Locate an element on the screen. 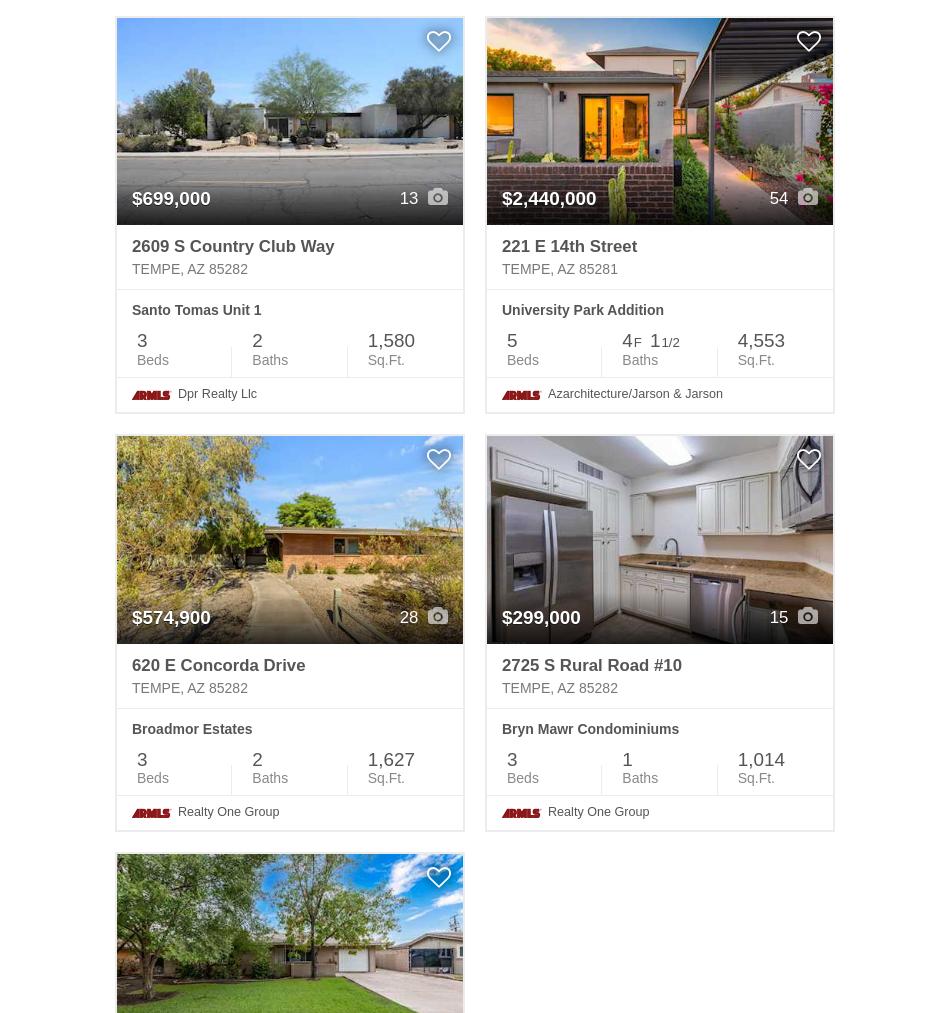 The width and height of the screenshot is (950, 1013). '5' is located at coordinates (511, 340).